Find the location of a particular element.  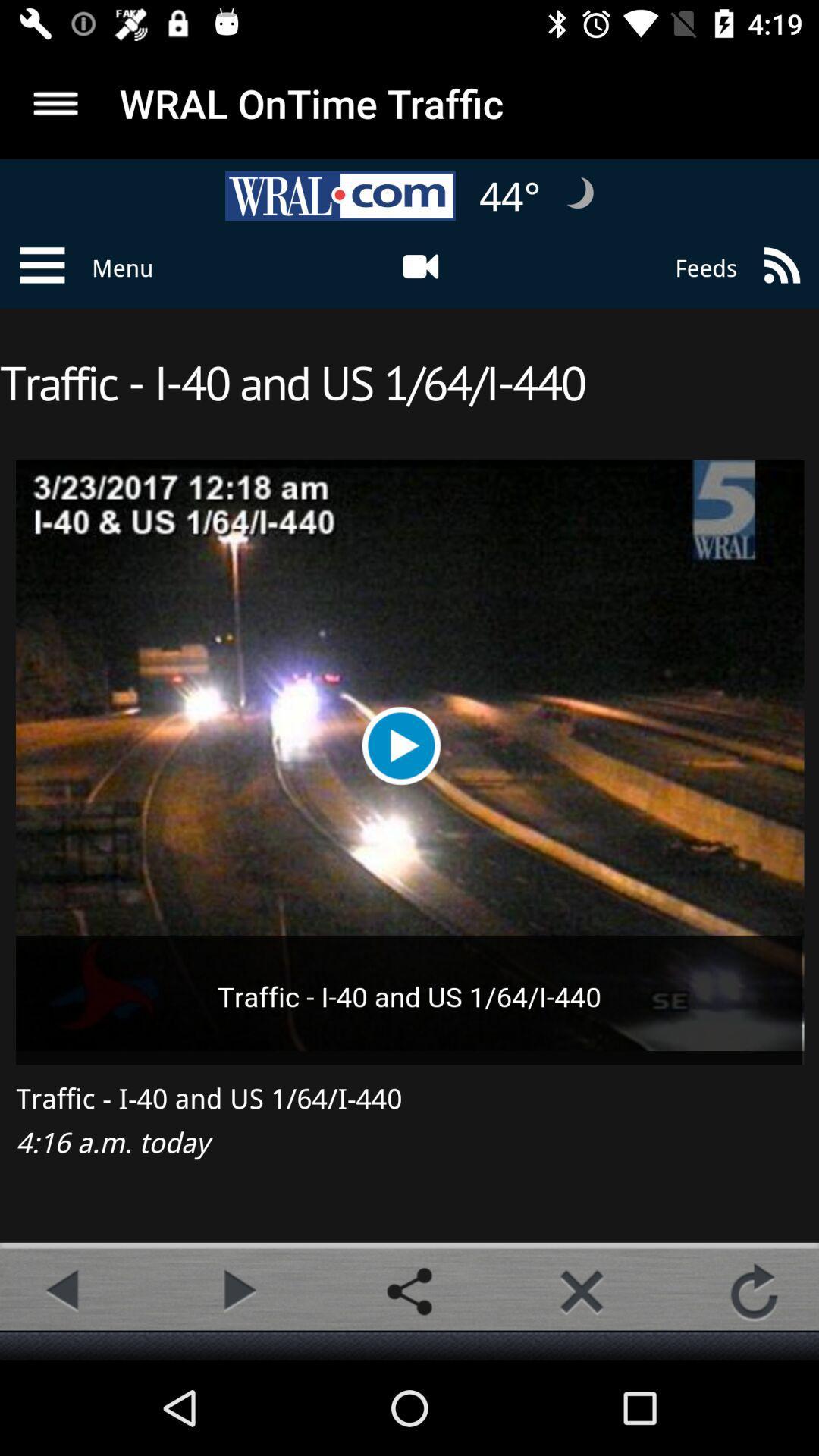

the share icon is located at coordinates (409, 1291).